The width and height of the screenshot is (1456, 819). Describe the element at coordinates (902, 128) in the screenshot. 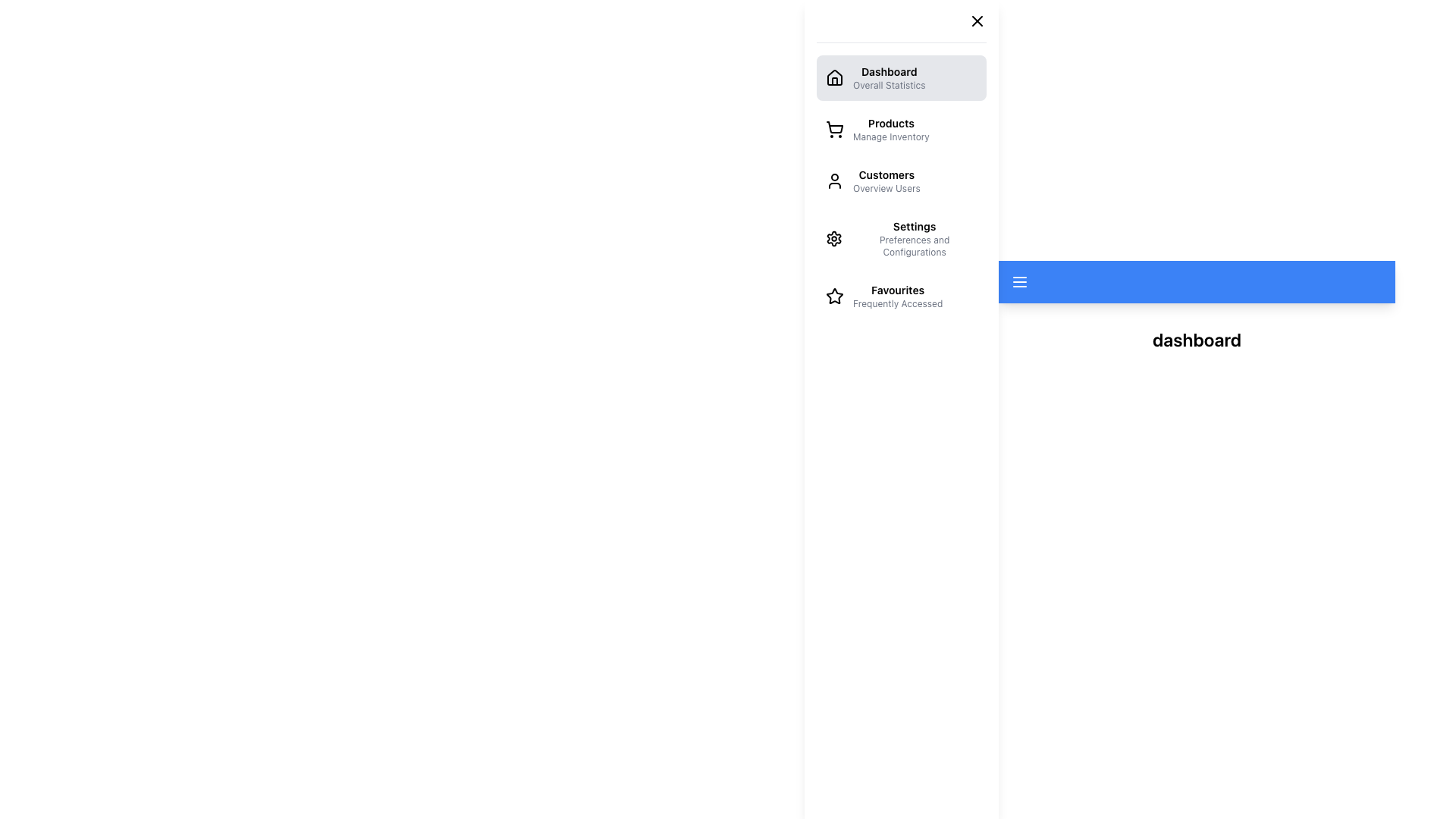

I see `the second navigation menu item with a shopping cart icon and text 'Products' and 'Manage Inventory'` at that location.